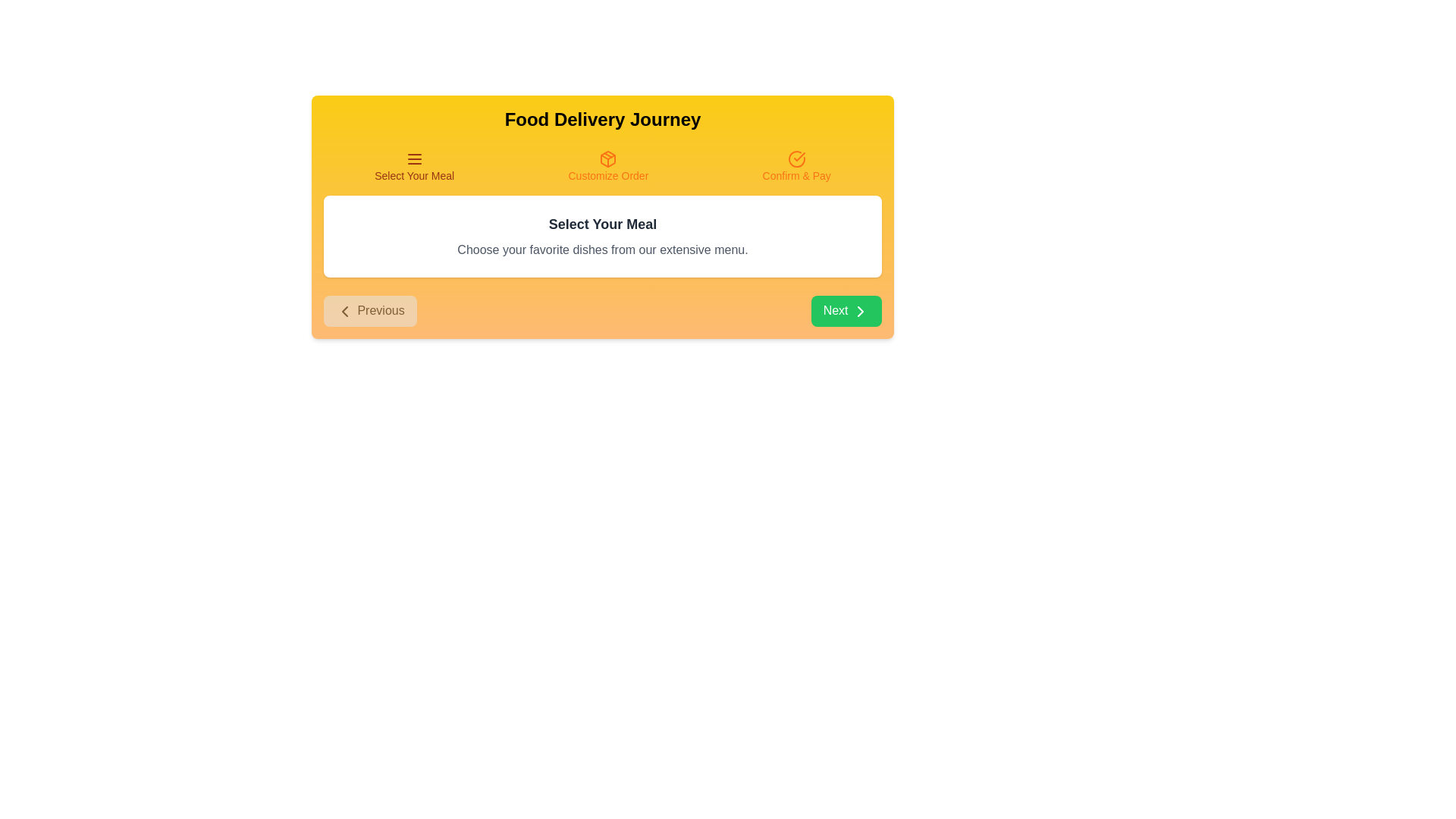  Describe the element at coordinates (414, 166) in the screenshot. I see `the Process step indicator, which features three horizontal bars above the text 'Select Your Meal' styled in orange, located in the top left of the header area` at that location.